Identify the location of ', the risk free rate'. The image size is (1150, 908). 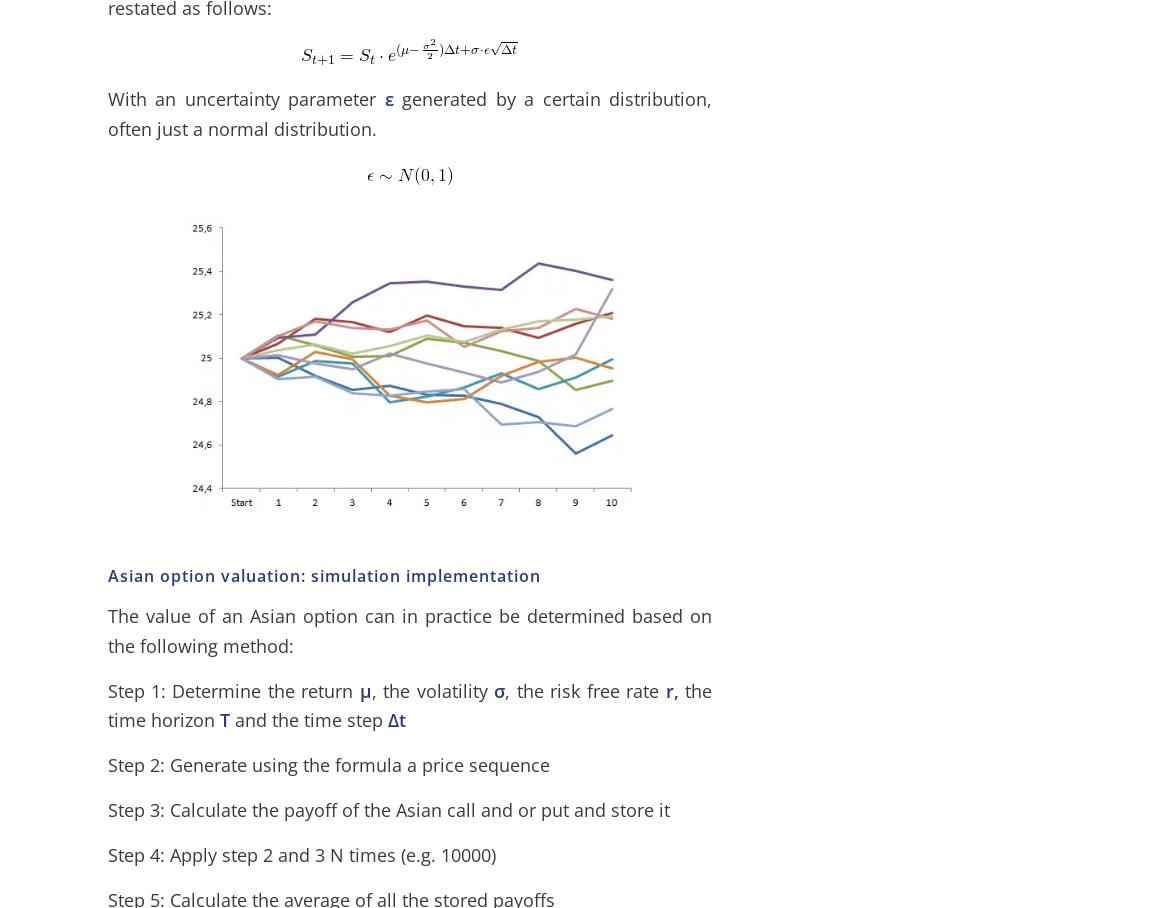
(581, 688).